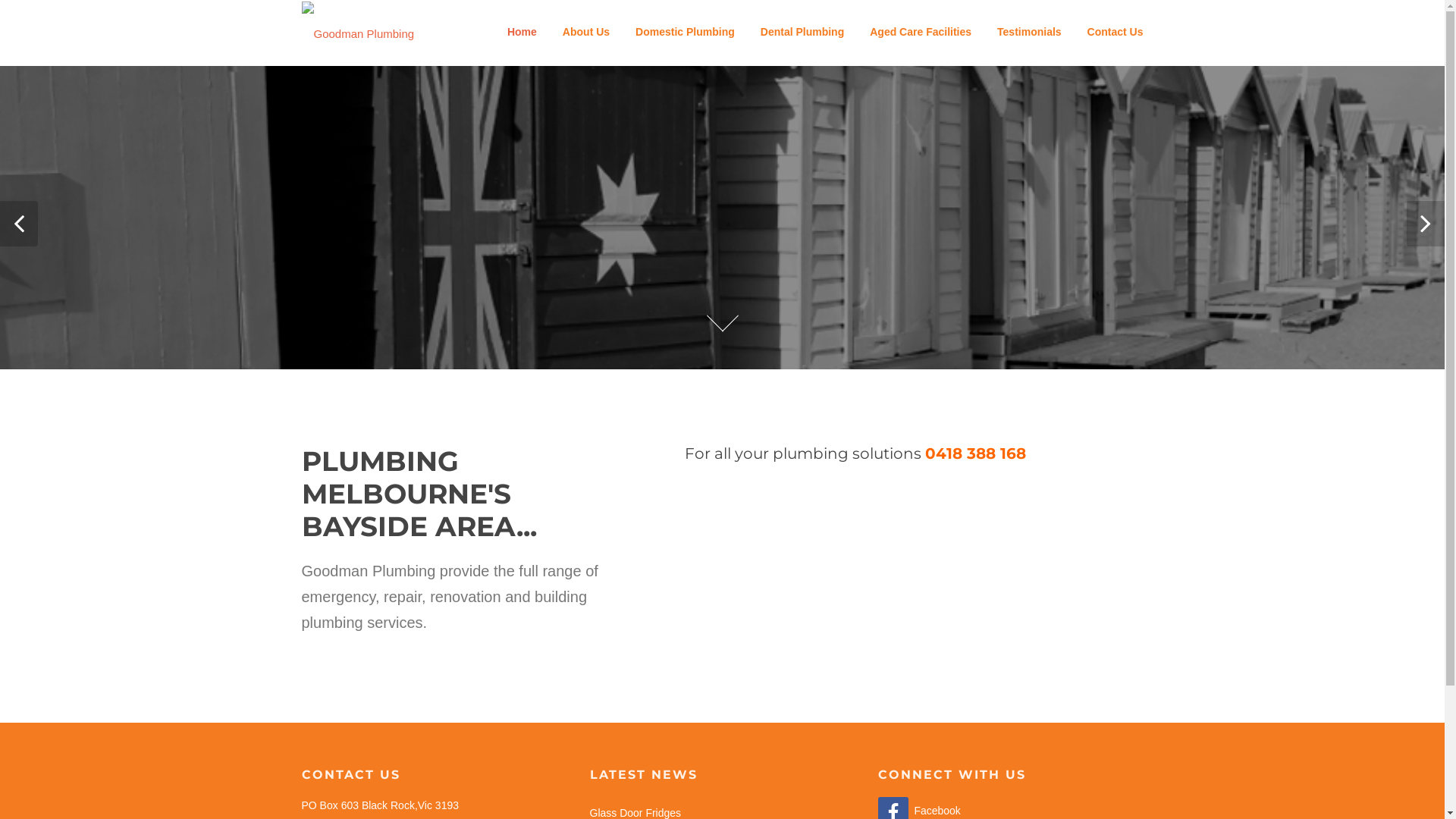 The height and width of the screenshot is (819, 1456). What do you see at coordinates (585, 32) in the screenshot?
I see `'About Us'` at bounding box center [585, 32].